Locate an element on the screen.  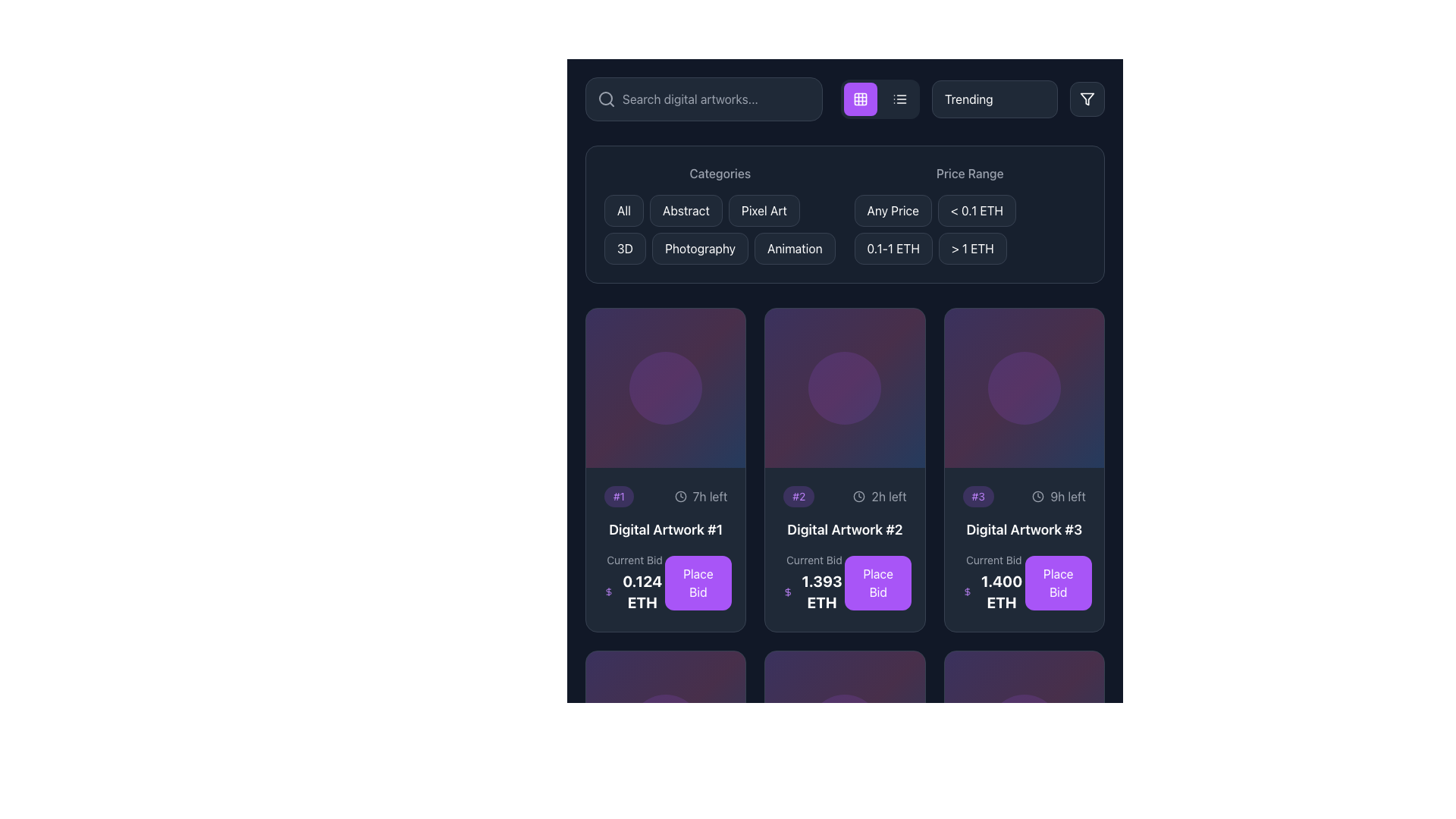
the button to place a bid located in the right-bottom portion of the card labeled 'Digital Artwork #2' is located at coordinates (844, 582).